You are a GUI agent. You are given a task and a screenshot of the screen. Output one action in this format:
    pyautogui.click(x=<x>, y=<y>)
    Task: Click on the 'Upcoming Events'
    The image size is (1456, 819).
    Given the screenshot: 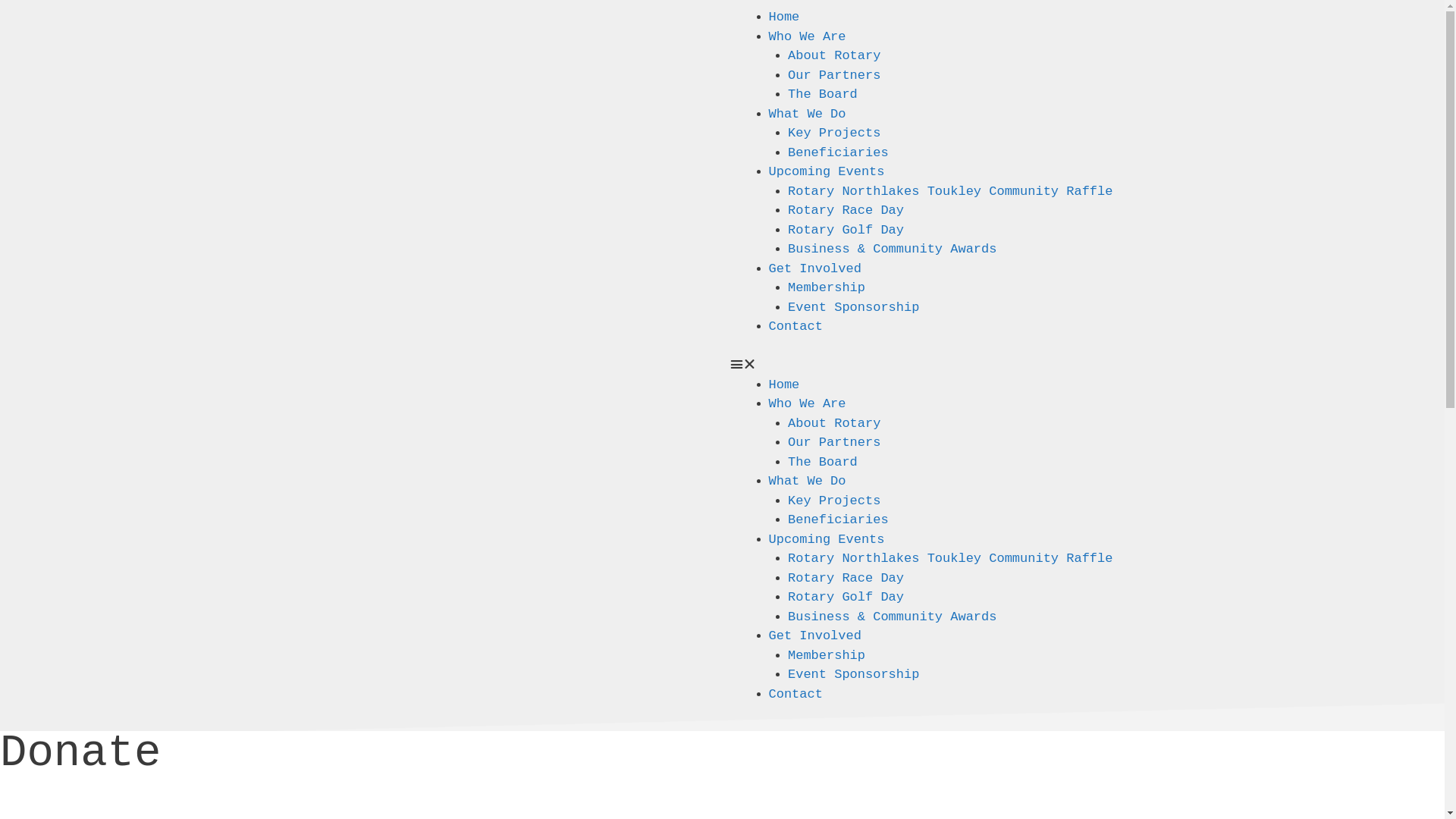 What is the action you would take?
    pyautogui.click(x=826, y=171)
    